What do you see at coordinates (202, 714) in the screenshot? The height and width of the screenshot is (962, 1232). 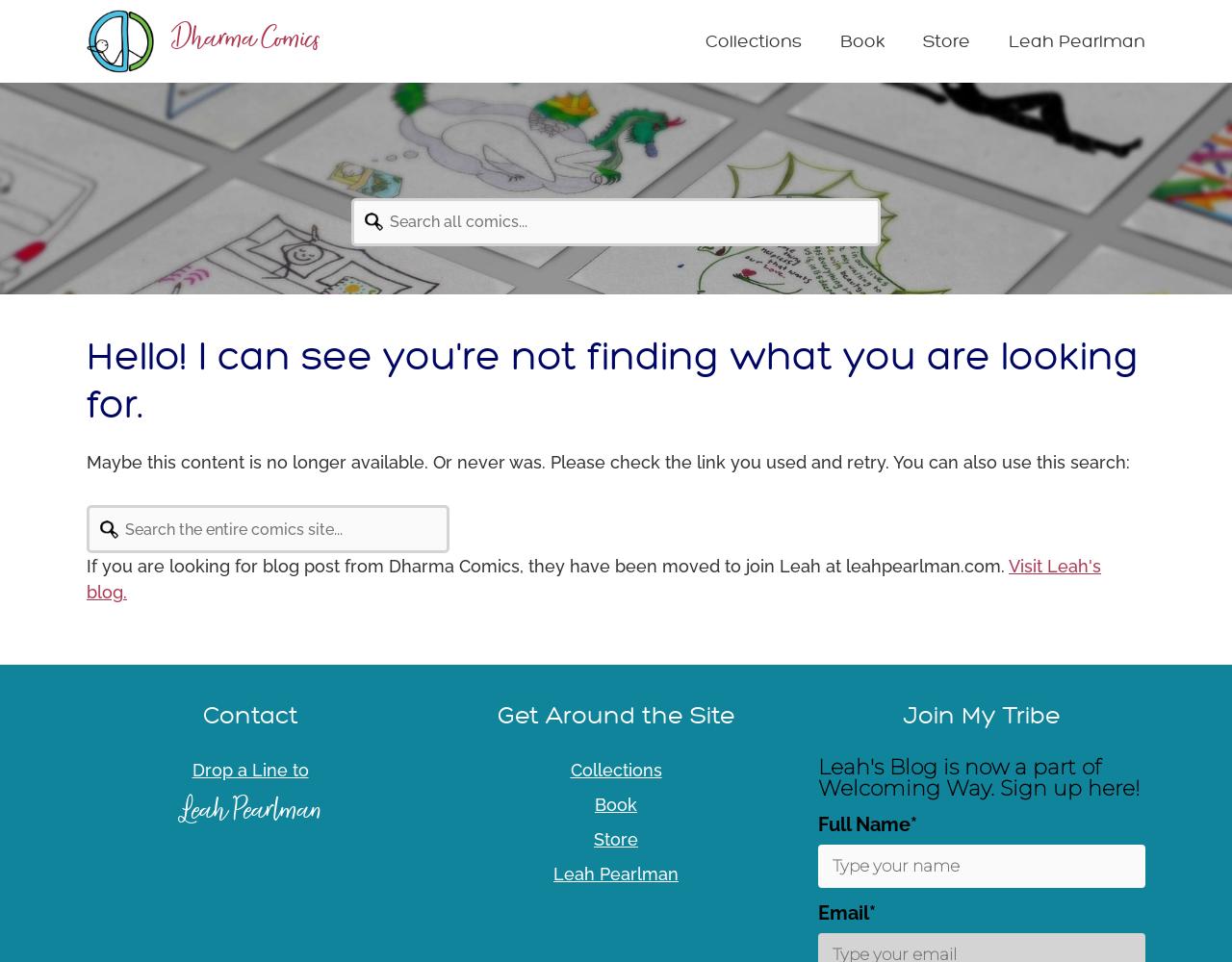 I see `'Contact'` at bounding box center [202, 714].